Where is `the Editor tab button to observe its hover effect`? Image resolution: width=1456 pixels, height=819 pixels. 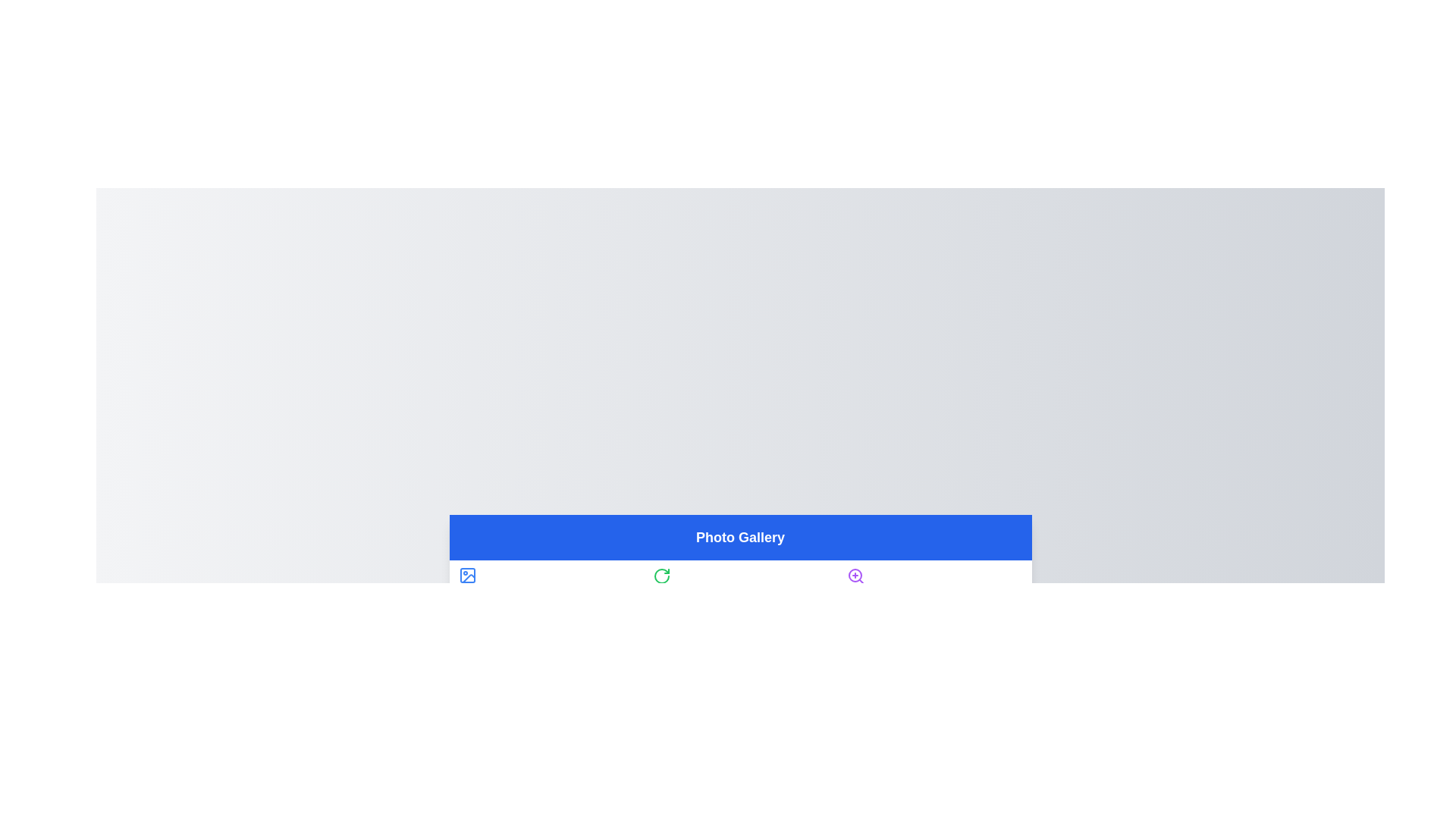 the Editor tab button to observe its hover effect is located at coordinates (740, 584).